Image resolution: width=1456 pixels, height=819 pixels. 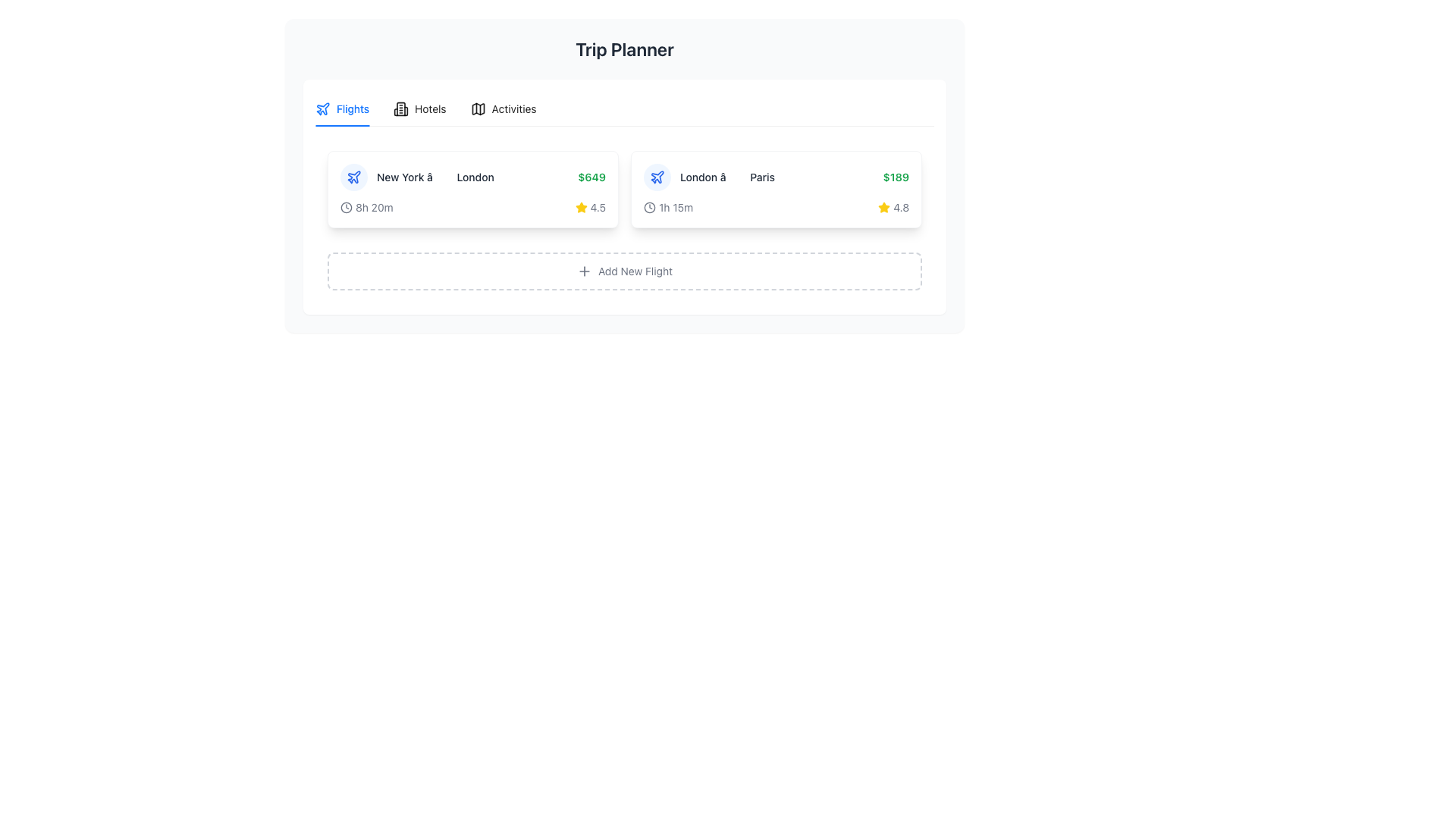 What do you see at coordinates (345, 207) in the screenshot?
I see `the circular outline symbol representing a clock face, which is positioned in the first column of the flight details list` at bounding box center [345, 207].